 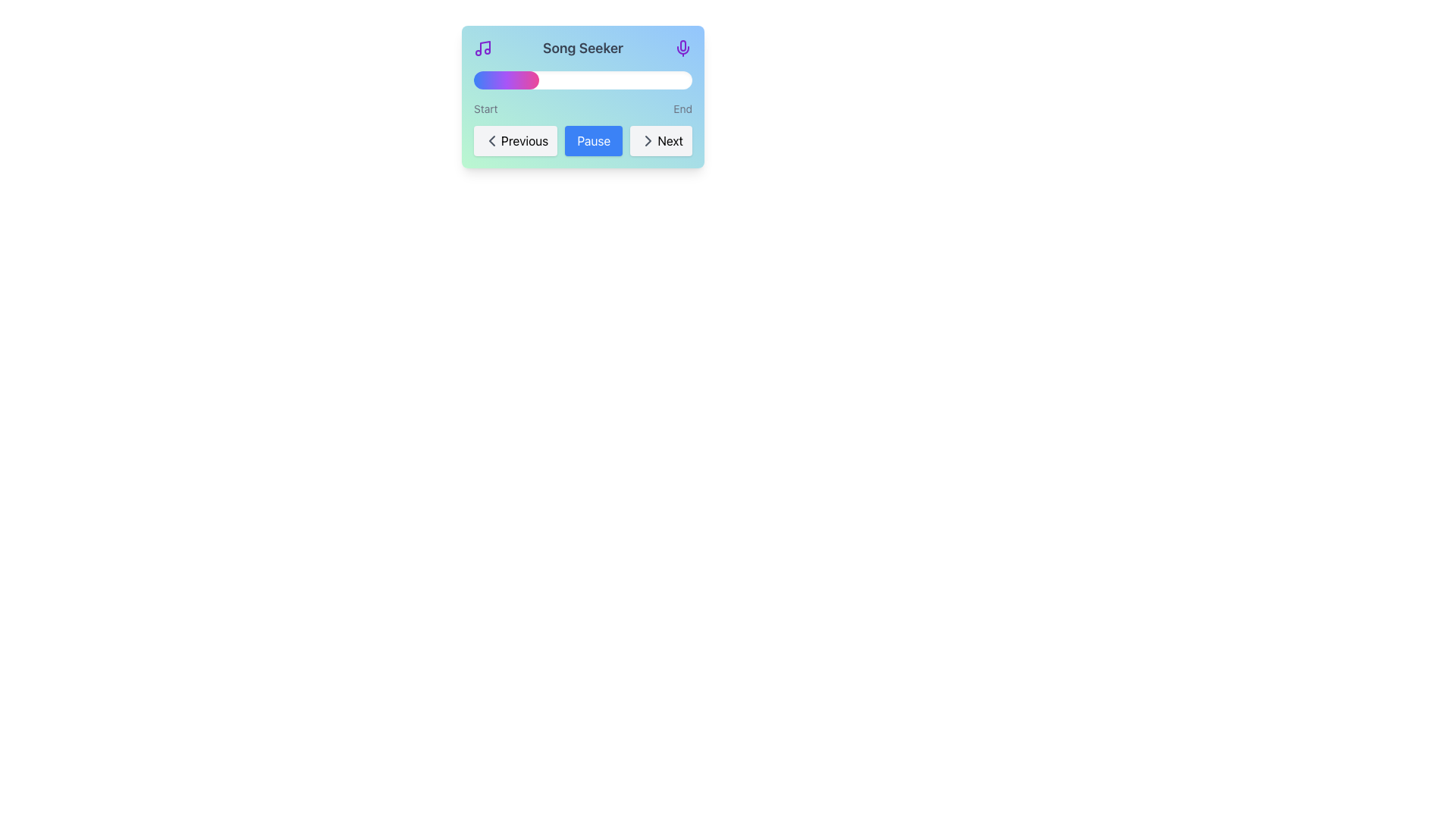 What do you see at coordinates (477, 80) in the screenshot?
I see `the slider value` at bounding box center [477, 80].